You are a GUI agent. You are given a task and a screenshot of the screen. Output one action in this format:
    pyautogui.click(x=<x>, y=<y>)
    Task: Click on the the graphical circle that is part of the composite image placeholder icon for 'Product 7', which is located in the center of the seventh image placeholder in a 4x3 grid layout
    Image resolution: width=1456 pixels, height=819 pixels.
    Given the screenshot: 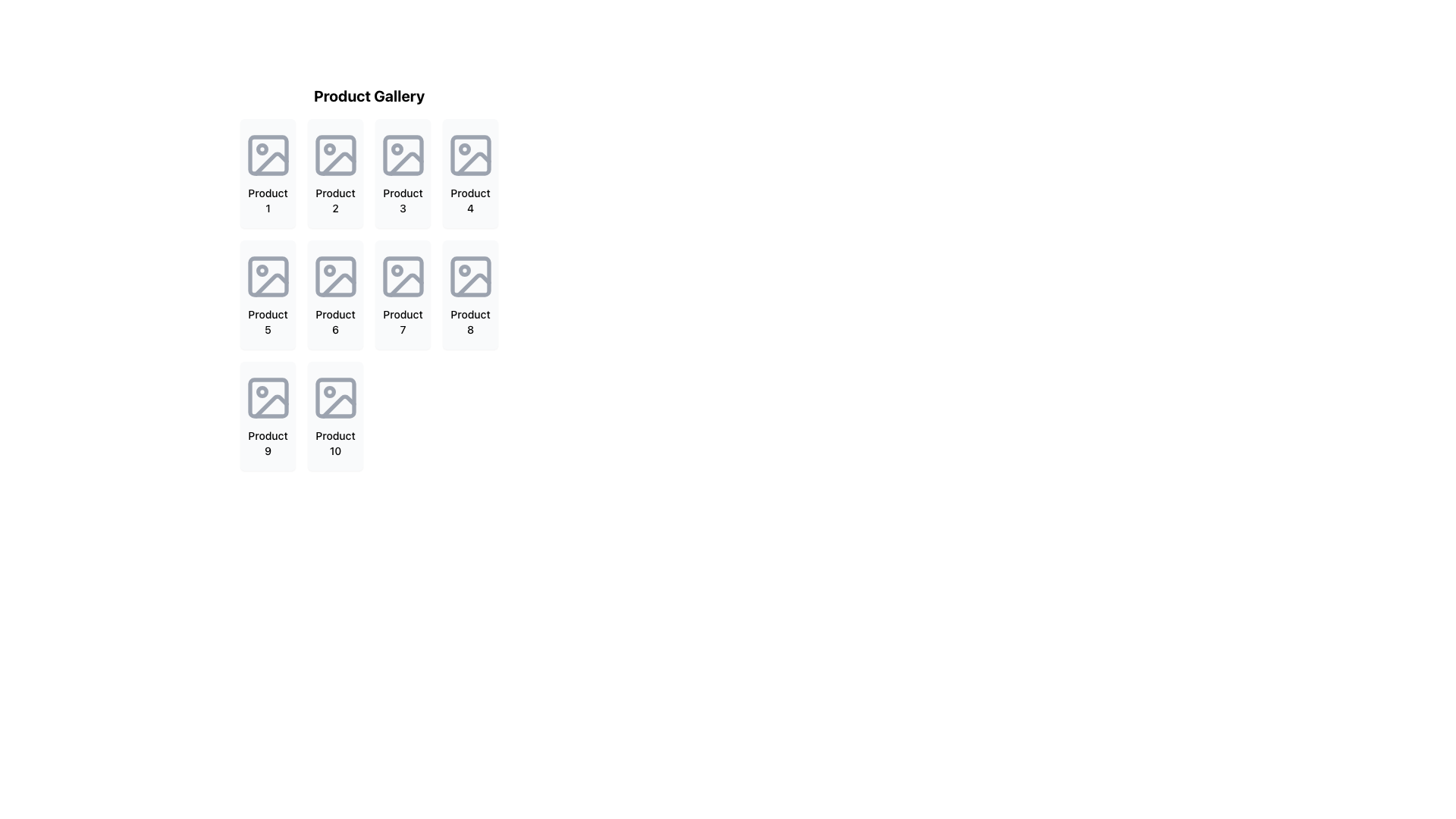 What is the action you would take?
    pyautogui.click(x=397, y=270)
    